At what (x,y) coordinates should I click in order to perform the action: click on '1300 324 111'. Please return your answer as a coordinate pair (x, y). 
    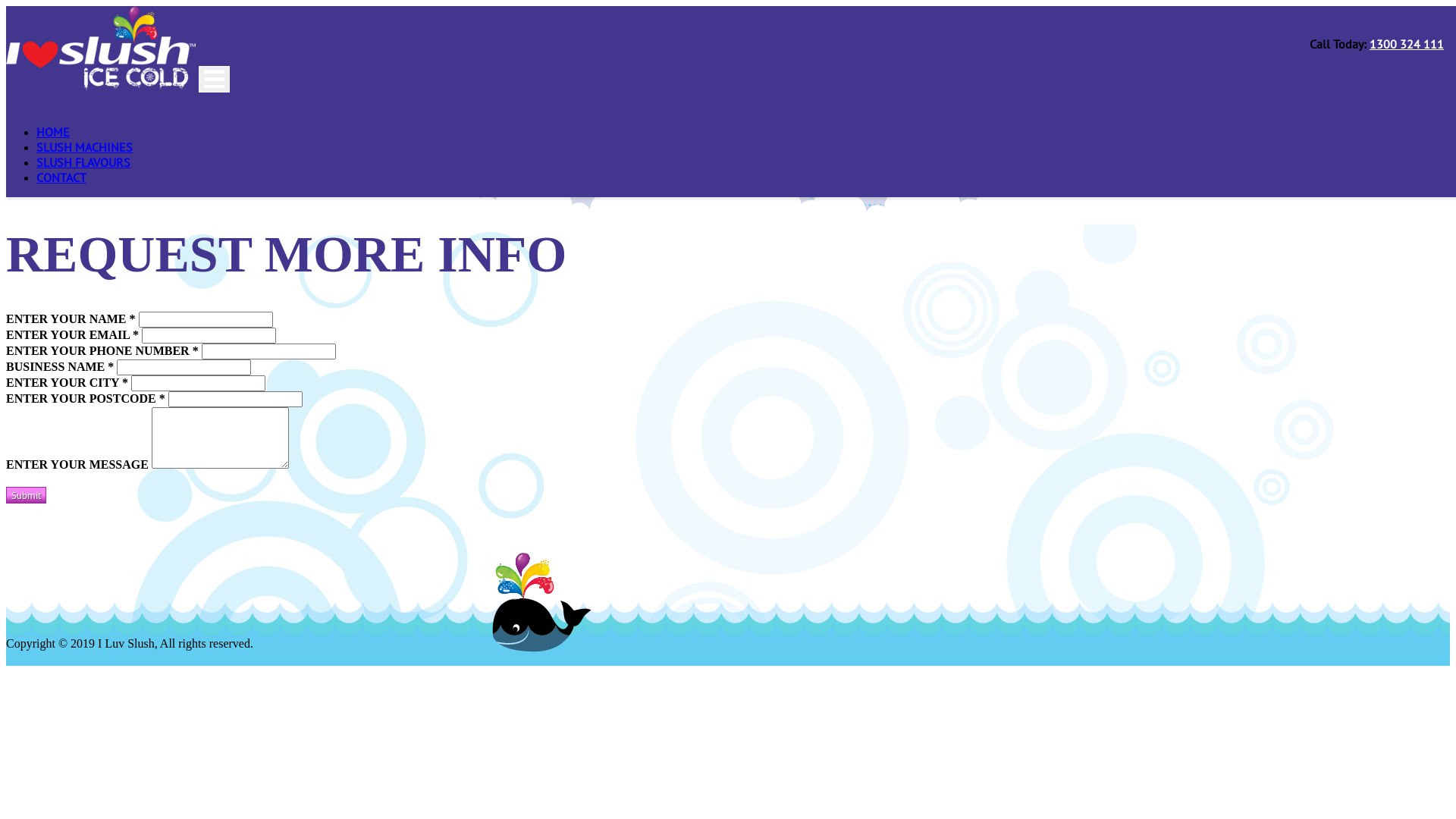
    Looking at the image, I should click on (1405, 42).